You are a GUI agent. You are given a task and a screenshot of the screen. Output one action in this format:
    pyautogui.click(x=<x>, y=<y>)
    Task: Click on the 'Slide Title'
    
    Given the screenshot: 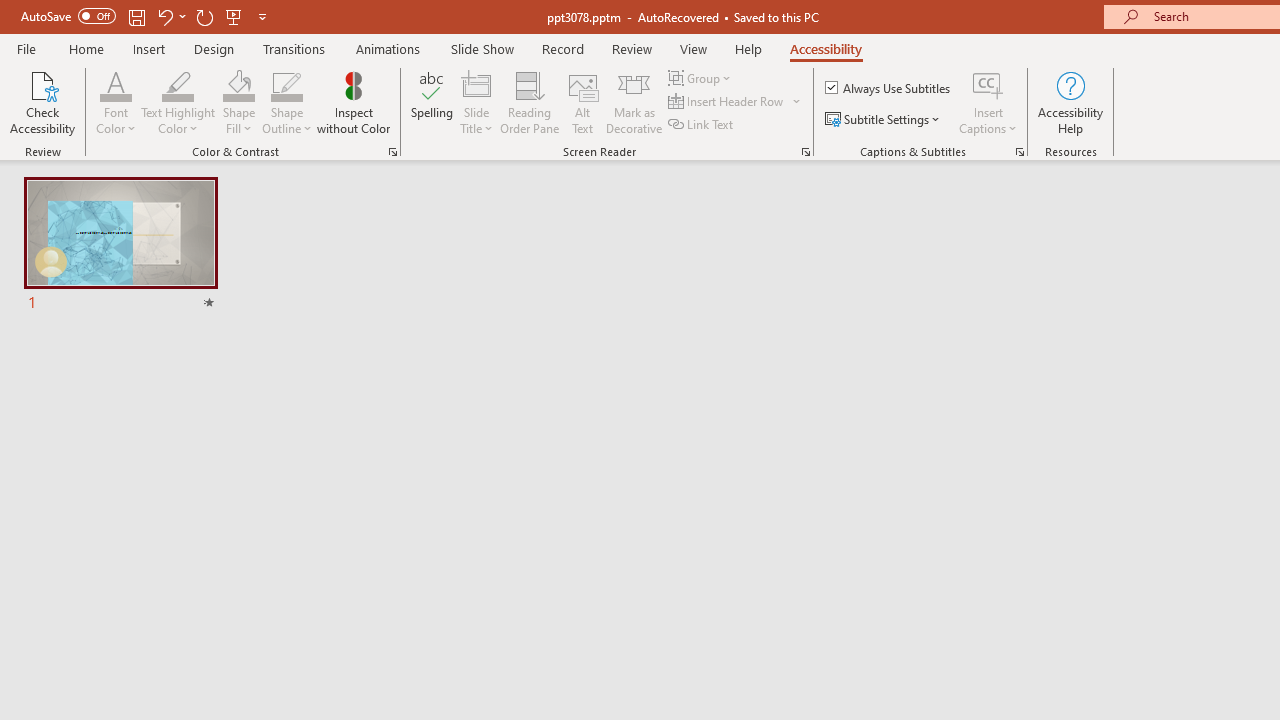 What is the action you would take?
    pyautogui.click(x=475, y=84)
    